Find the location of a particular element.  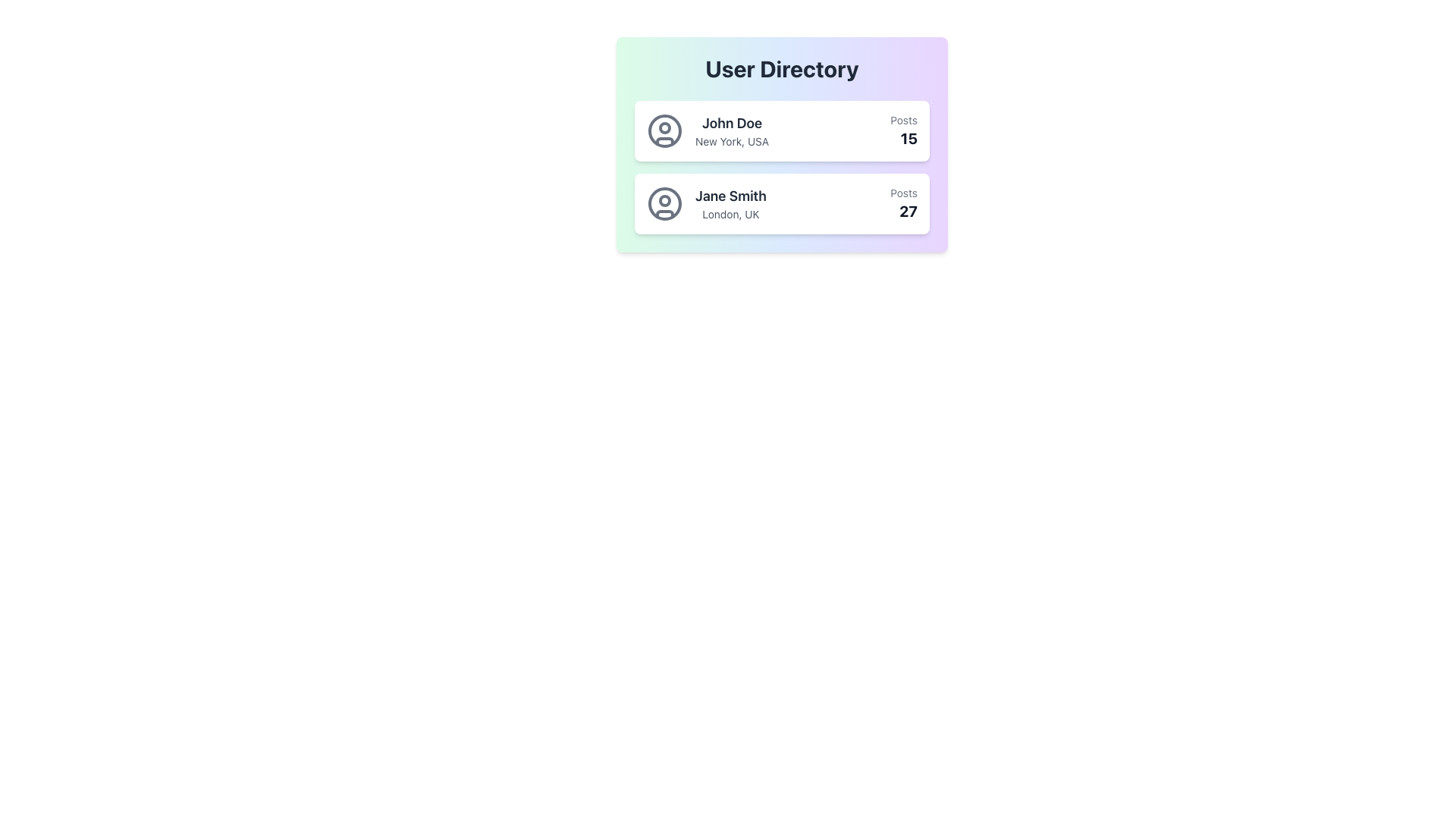

the Text Display element showing 'Posts' and '27' located at the bottom right corner of the entry for 'Jane Smith' in the user directory list is located at coordinates (904, 203).